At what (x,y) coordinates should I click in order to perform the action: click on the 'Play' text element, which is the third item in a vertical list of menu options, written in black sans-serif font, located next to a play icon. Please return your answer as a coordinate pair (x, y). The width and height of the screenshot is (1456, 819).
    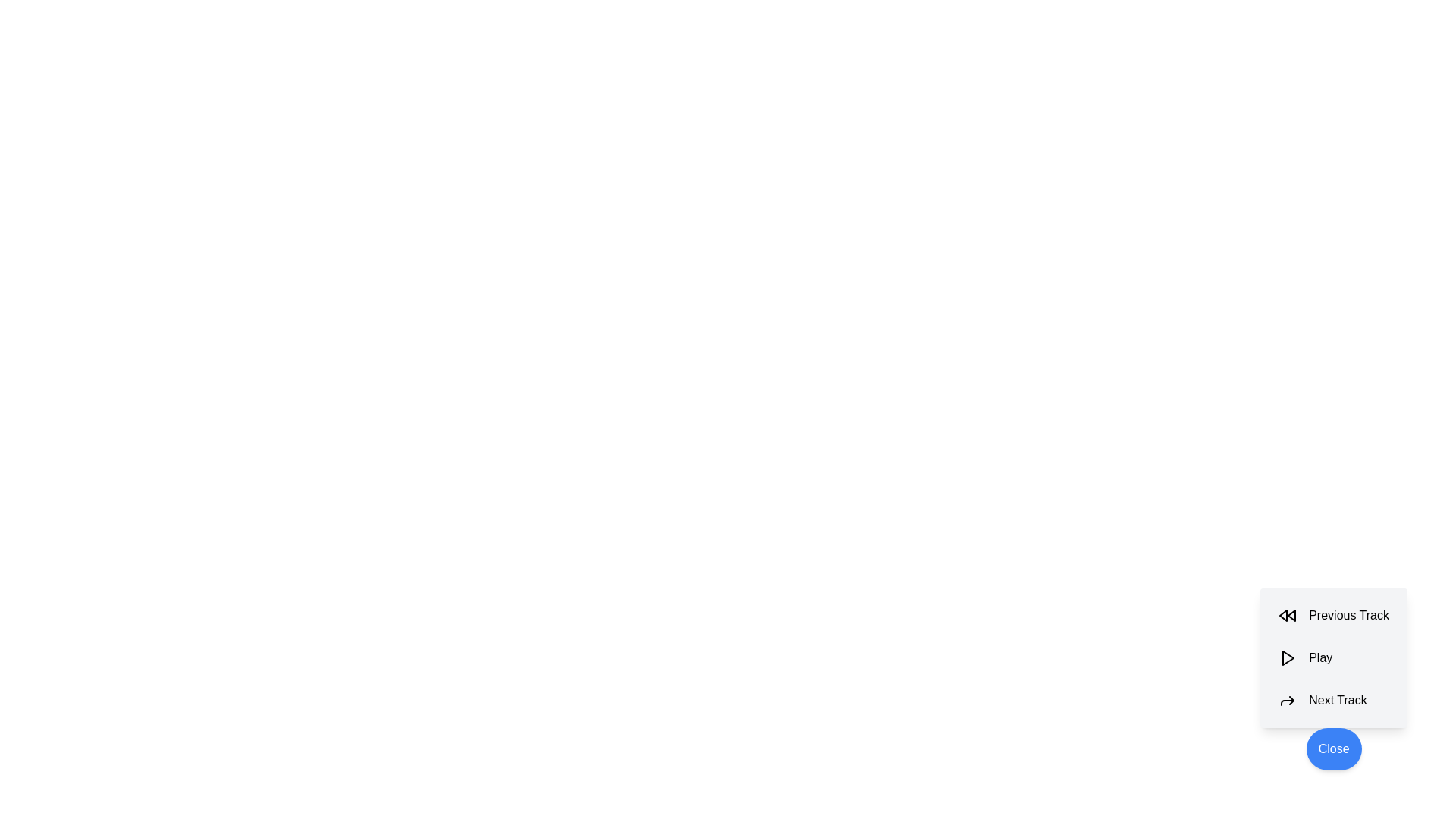
    Looking at the image, I should click on (1319, 657).